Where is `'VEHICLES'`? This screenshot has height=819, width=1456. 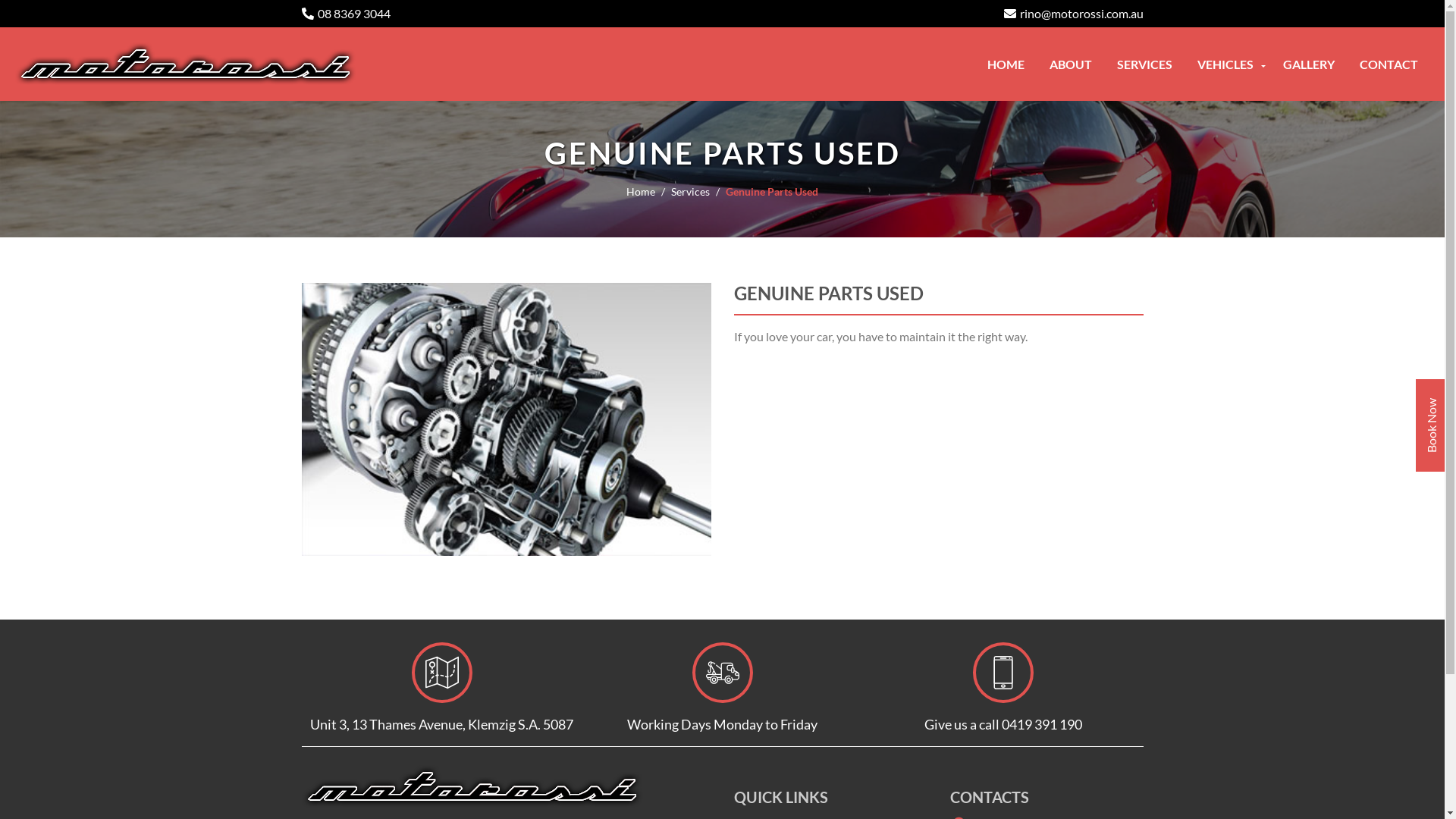 'VEHICLES' is located at coordinates (1227, 63).